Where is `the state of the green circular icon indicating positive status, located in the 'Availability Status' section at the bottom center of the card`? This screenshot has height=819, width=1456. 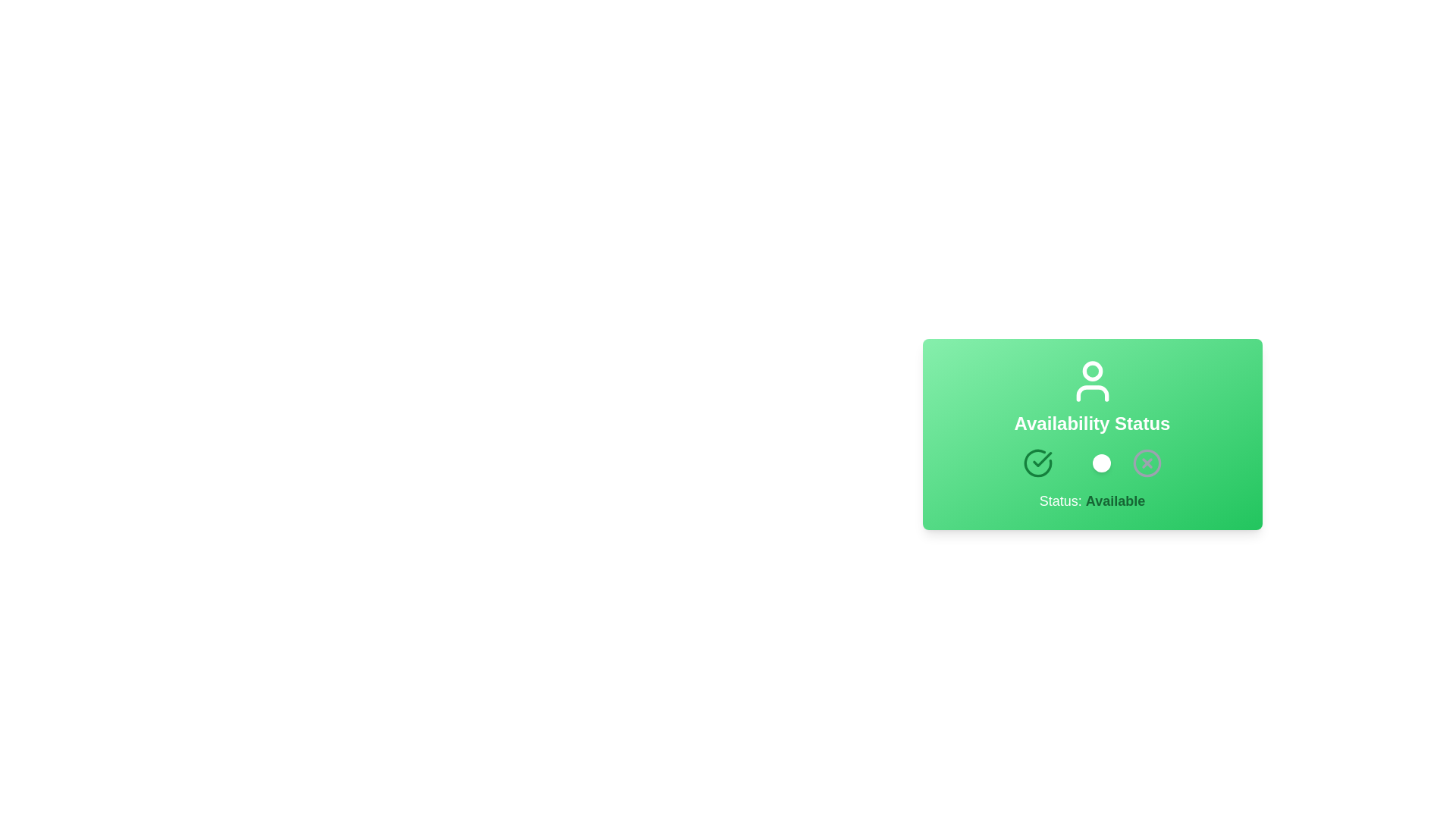
the state of the green circular icon indicating positive status, located in the 'Availability Status' section at the bottom center of the card is located at coordinates (1041, 458).